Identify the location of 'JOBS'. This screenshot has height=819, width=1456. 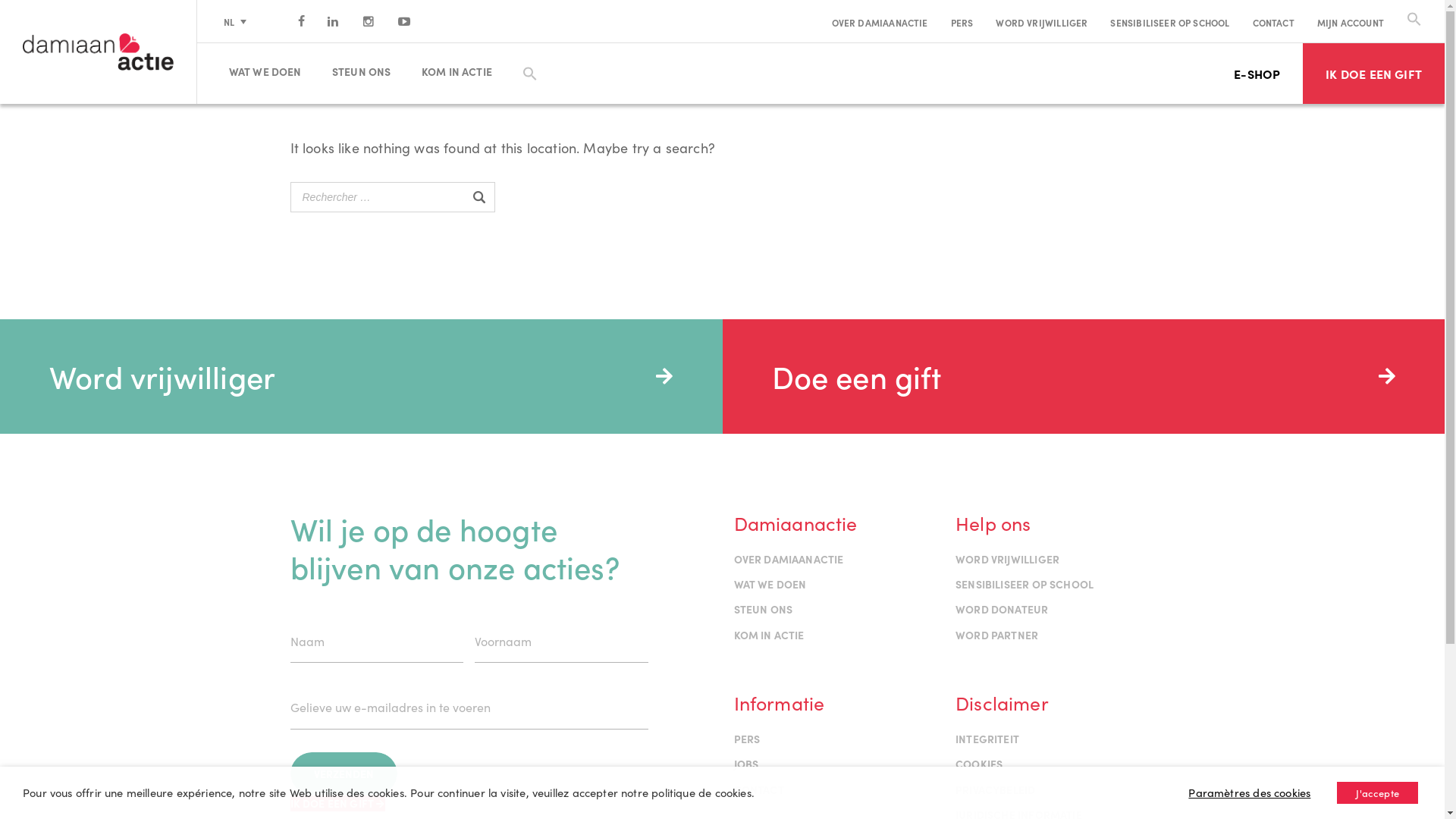
(746, 763).